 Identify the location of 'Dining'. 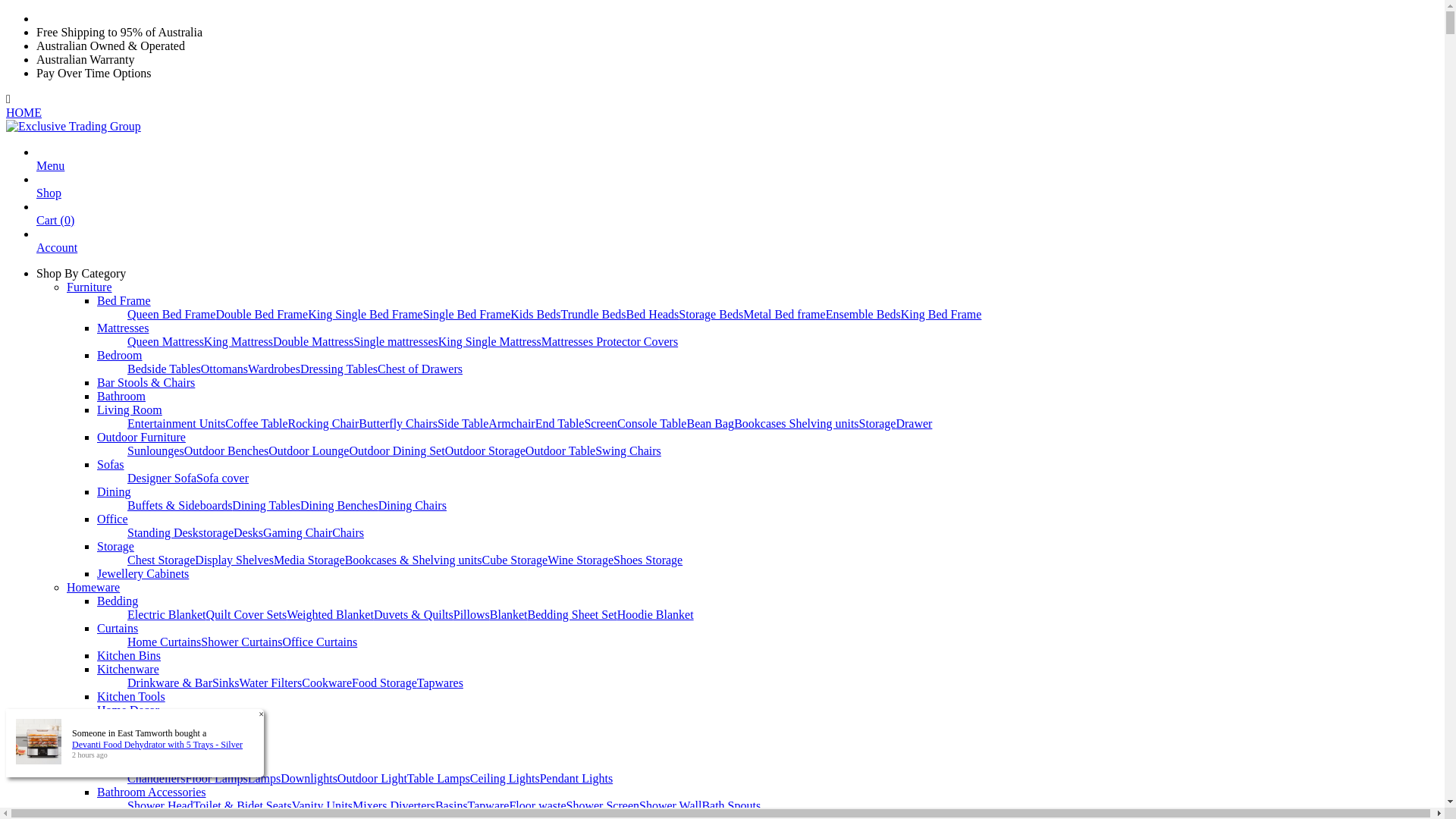
(96, 491).